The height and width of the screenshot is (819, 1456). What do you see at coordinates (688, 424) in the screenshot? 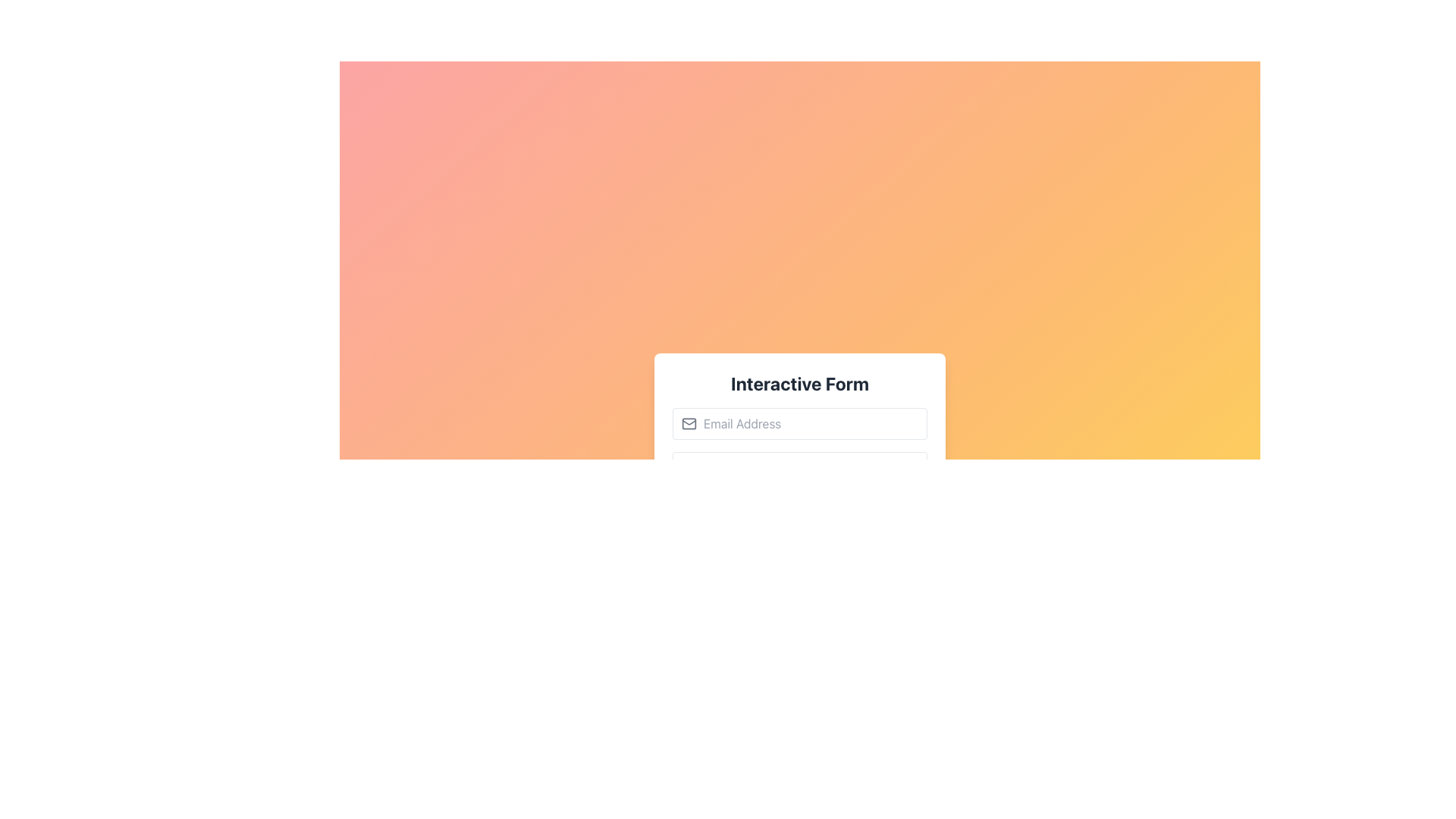
I see `the email icon that serves as a visual cue for the email input field, located to the left of the input field with the placeholder 'Email Address'` at bounding box center [688, 424].